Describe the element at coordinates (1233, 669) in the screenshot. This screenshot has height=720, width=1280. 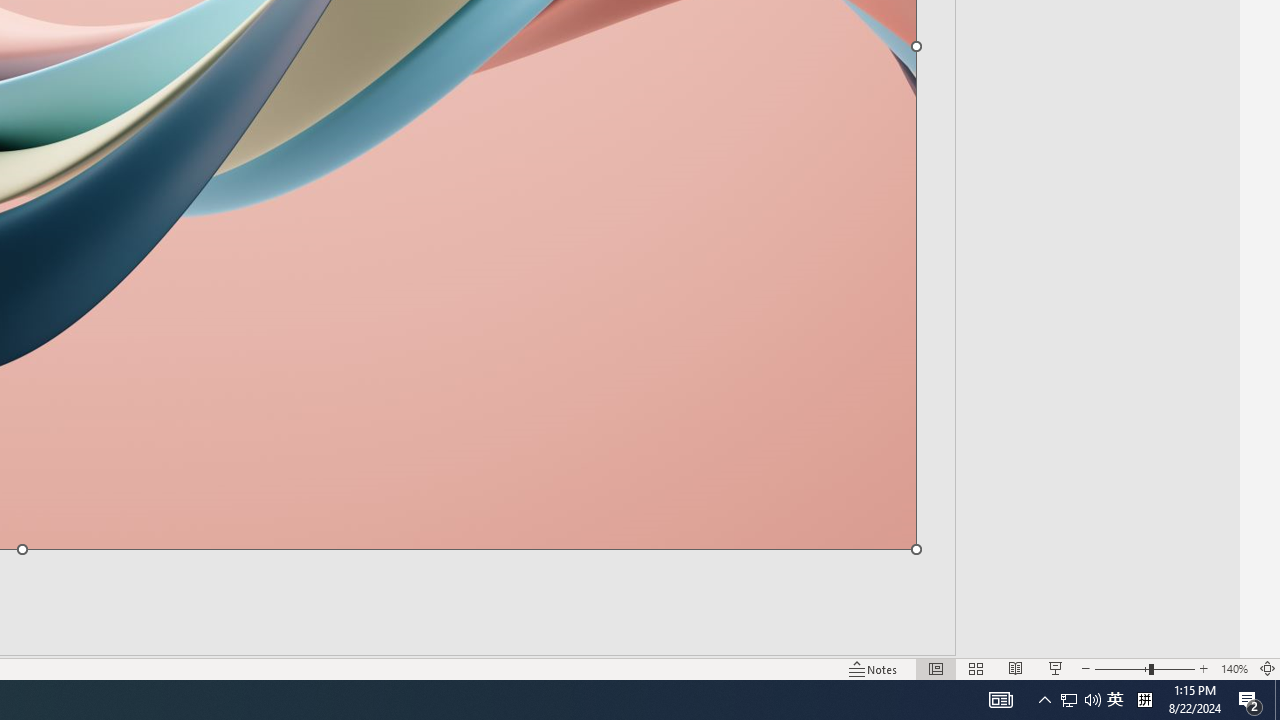
I see `'Zoom 140%'` at that location.